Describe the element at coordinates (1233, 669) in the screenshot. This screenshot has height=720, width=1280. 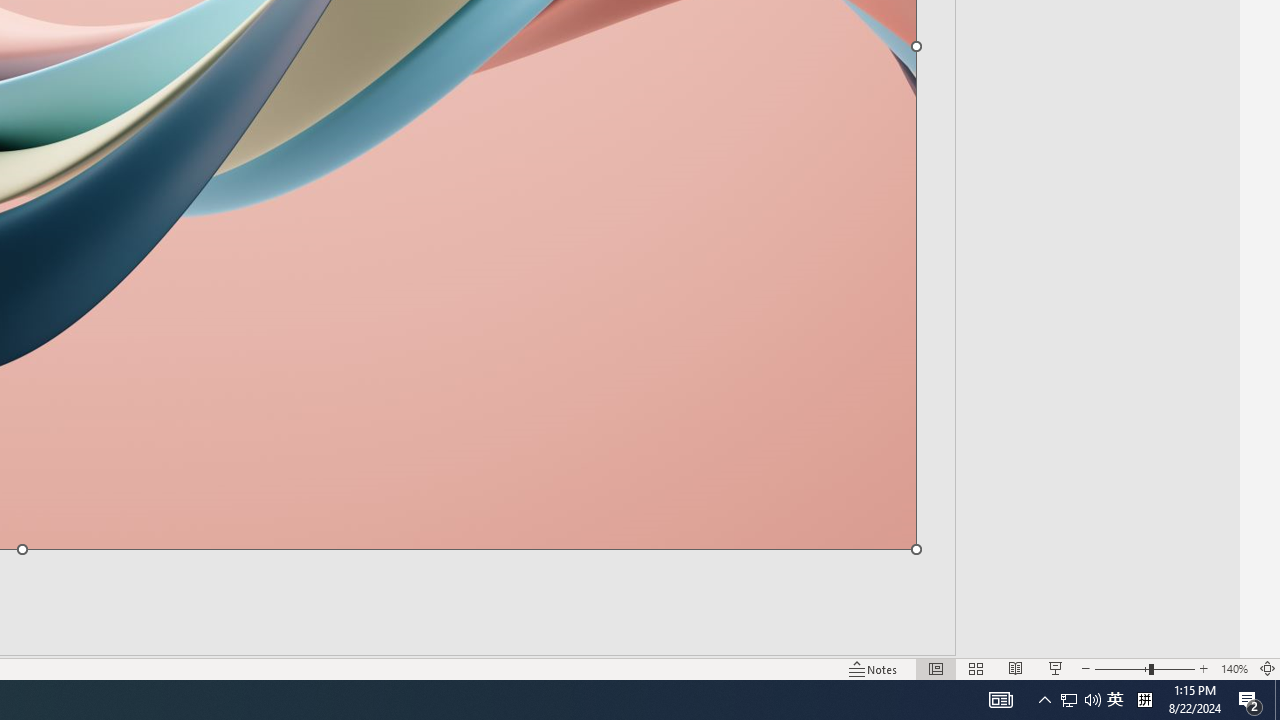
I see `'Zoom 140%'` at that location.